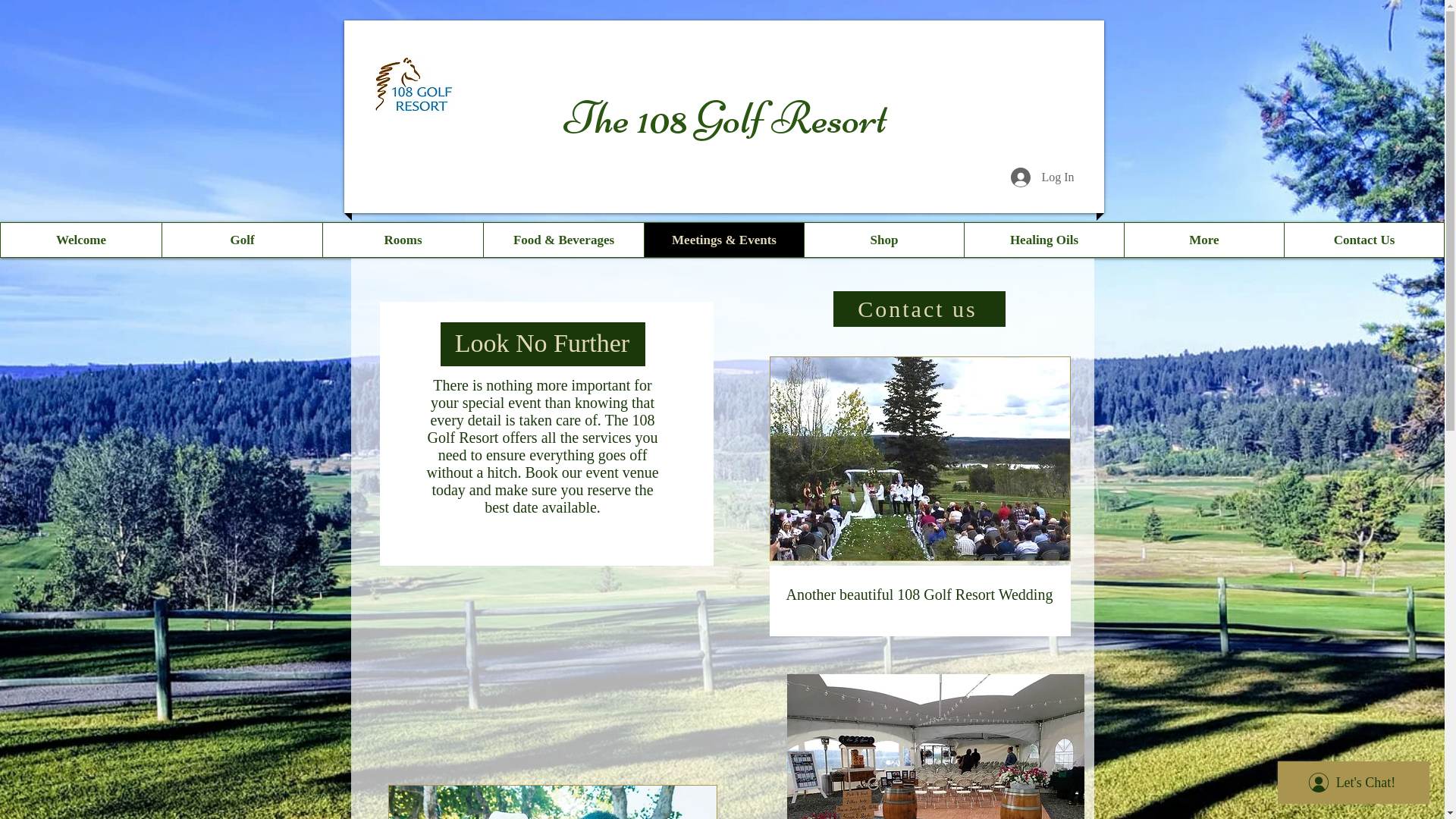  What do you see at coordinates (240, 239) in the screenshot?
I see `'Golf'` at bounding box center [240, 239].